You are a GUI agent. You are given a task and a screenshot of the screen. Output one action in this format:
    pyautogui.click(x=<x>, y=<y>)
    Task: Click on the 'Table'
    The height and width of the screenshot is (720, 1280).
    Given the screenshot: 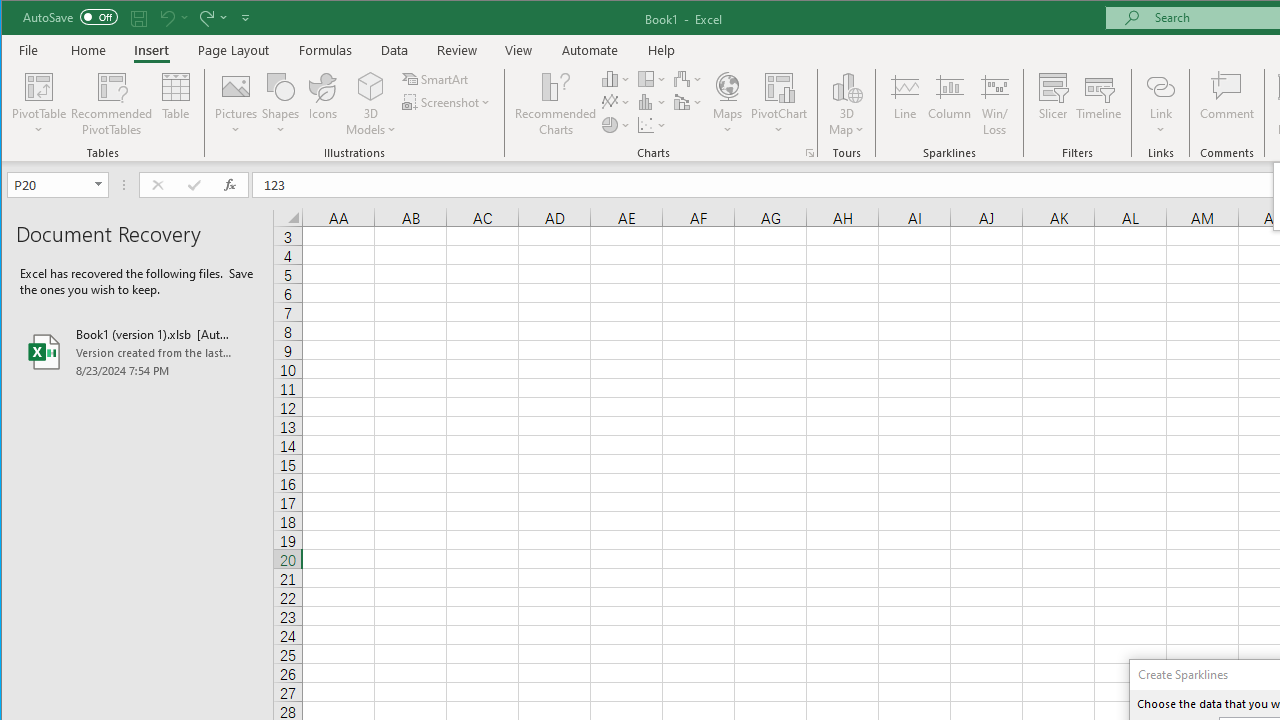 What is the action you would take?
    pyautogui.click(x=176, y=104)
    